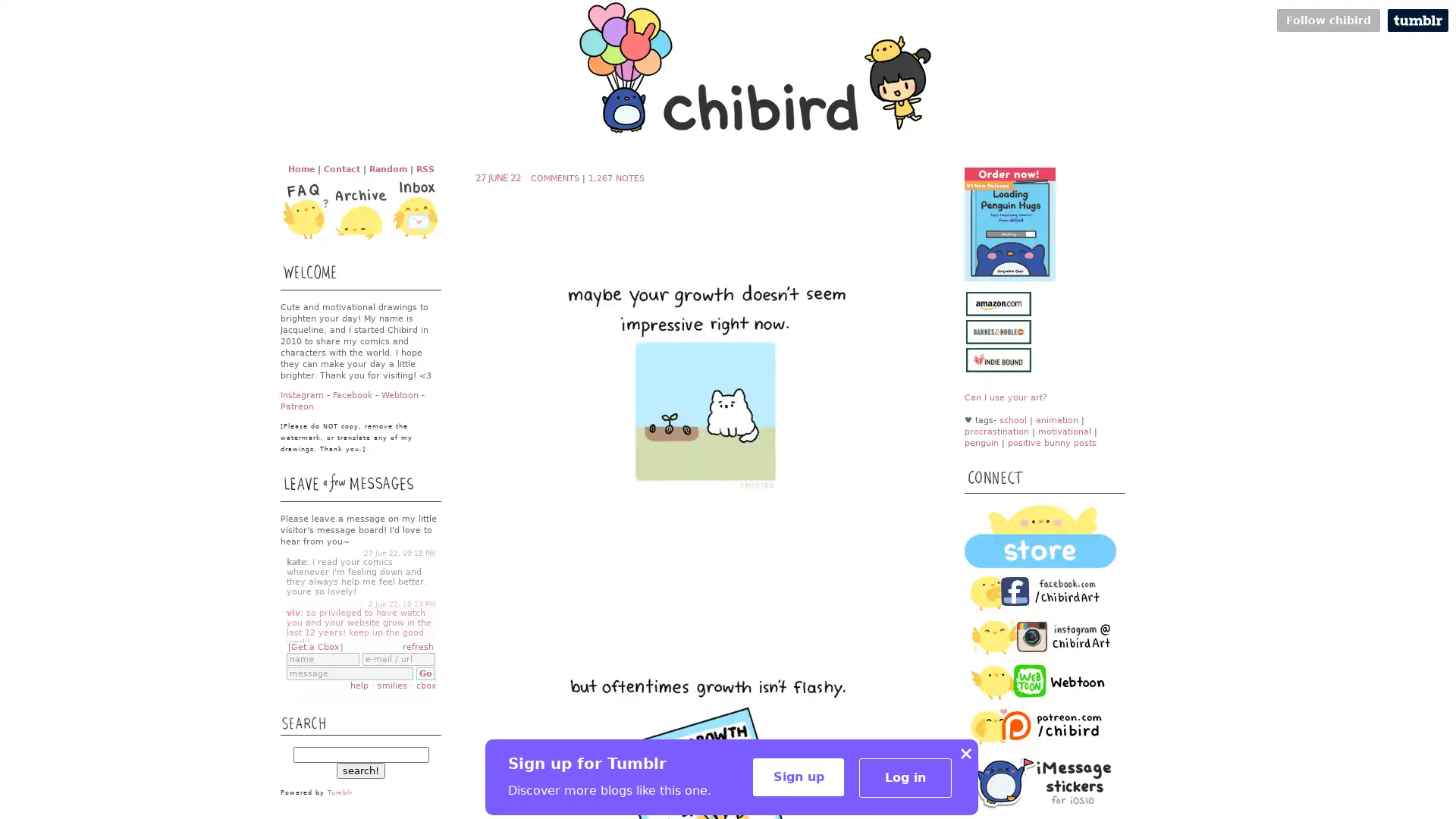 This screenshot has height=819, width=1456. I want to click on search!, so click(359, 770).